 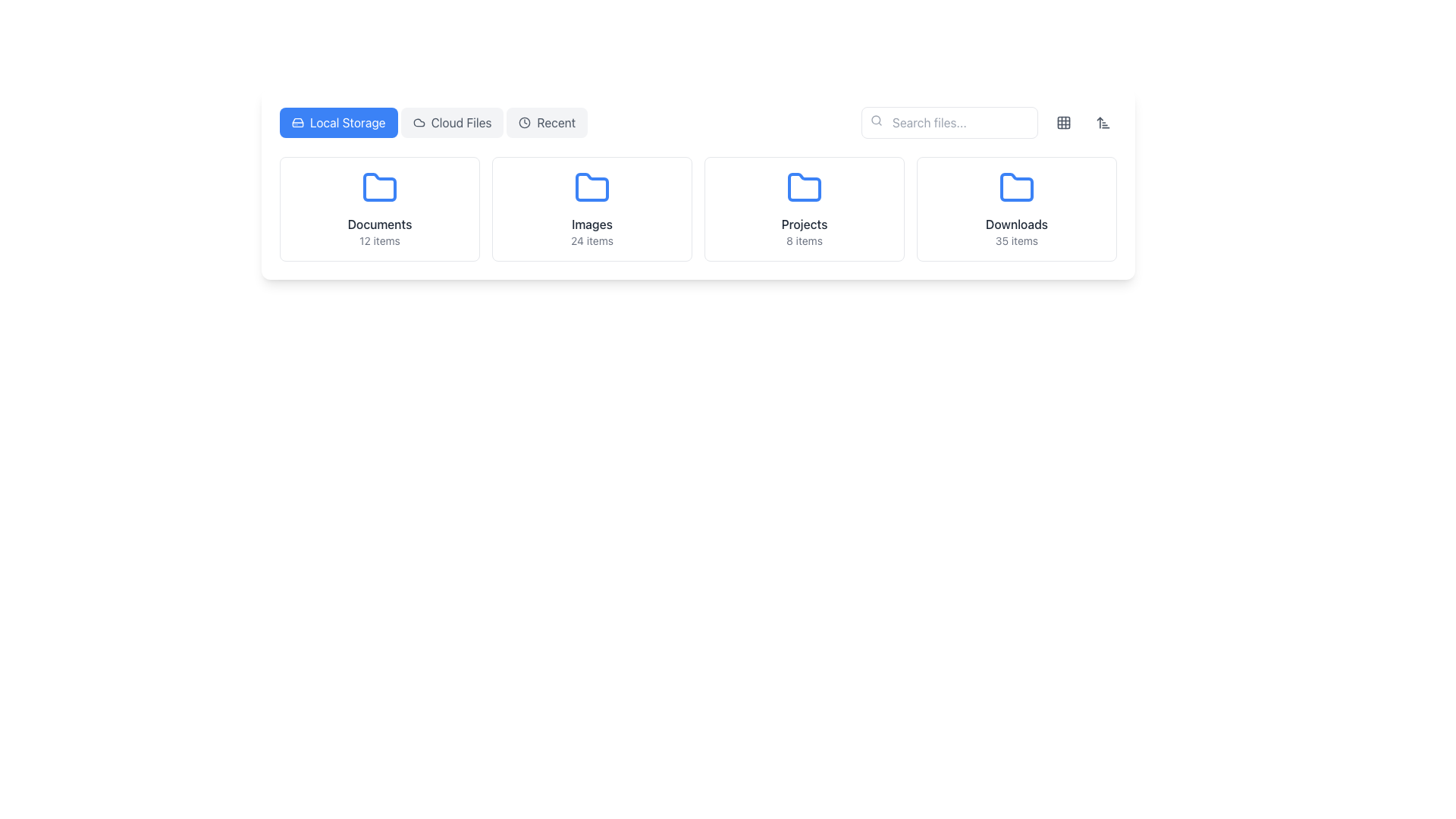 I want to click on the text label displaying 'Images' in medium font weight and gray color, located within the second folder card in a horizontal layout of folder cards, so click(x=591, y=224).